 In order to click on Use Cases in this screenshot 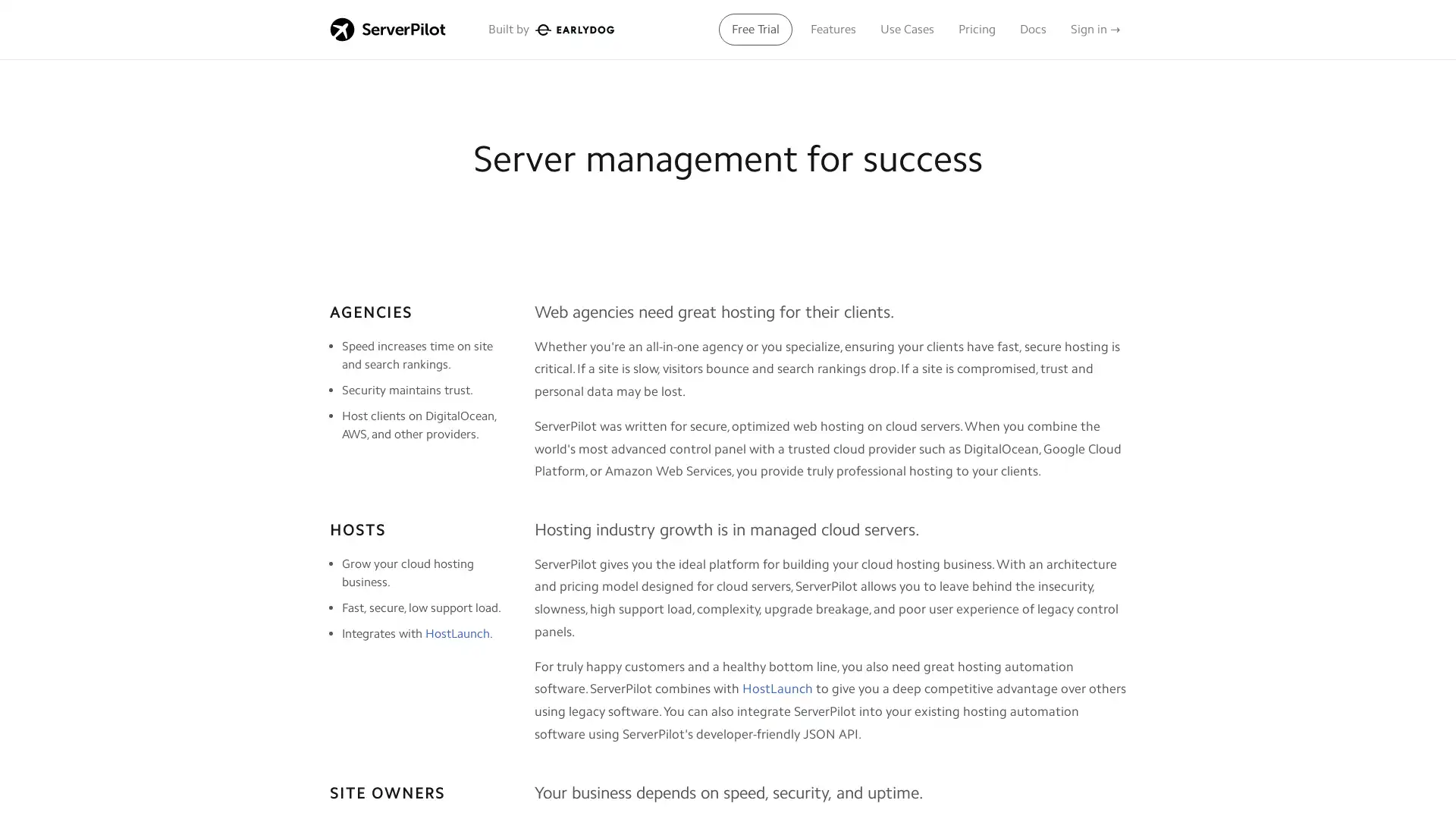, I will do `click(907, 29)`.